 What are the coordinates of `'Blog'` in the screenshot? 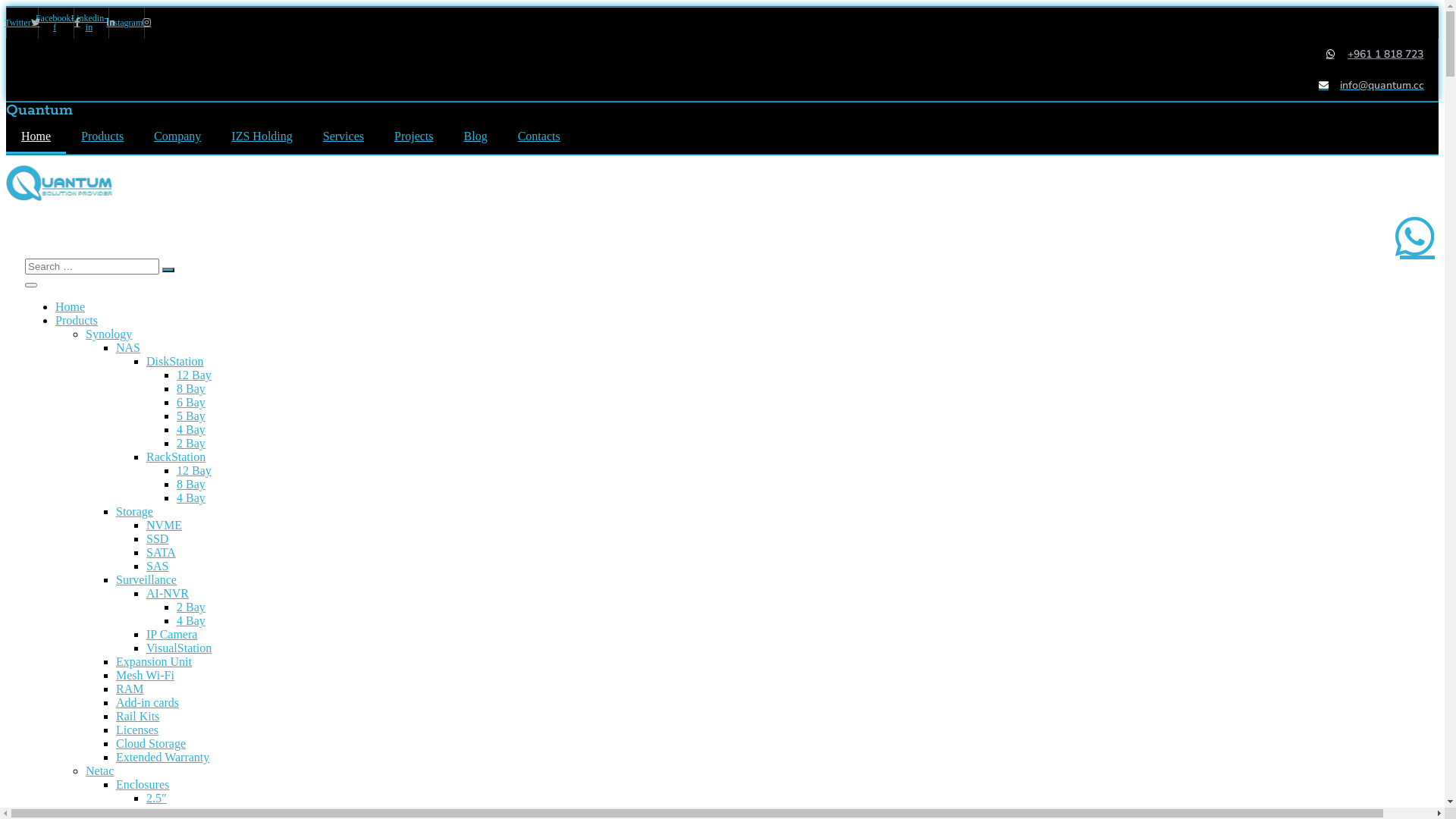 It's located at (447, 136).